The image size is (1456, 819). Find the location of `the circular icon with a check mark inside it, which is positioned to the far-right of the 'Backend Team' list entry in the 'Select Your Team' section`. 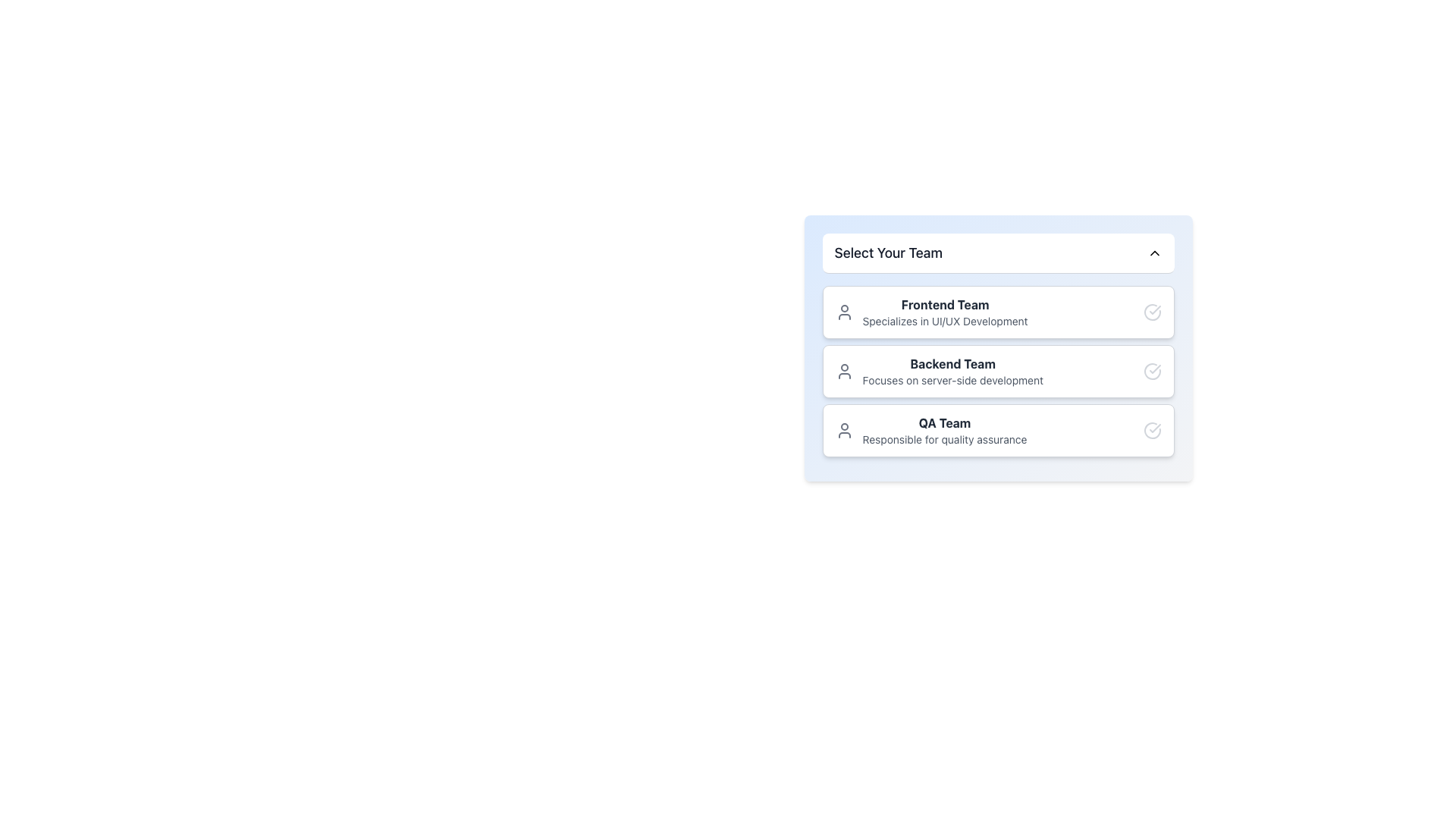

the circular icon with a check mark inside it, which is positioned to the far-right of the 'Backend Team' list entry in the 'Select Your Team' section is located at coordinates (1152, 371).